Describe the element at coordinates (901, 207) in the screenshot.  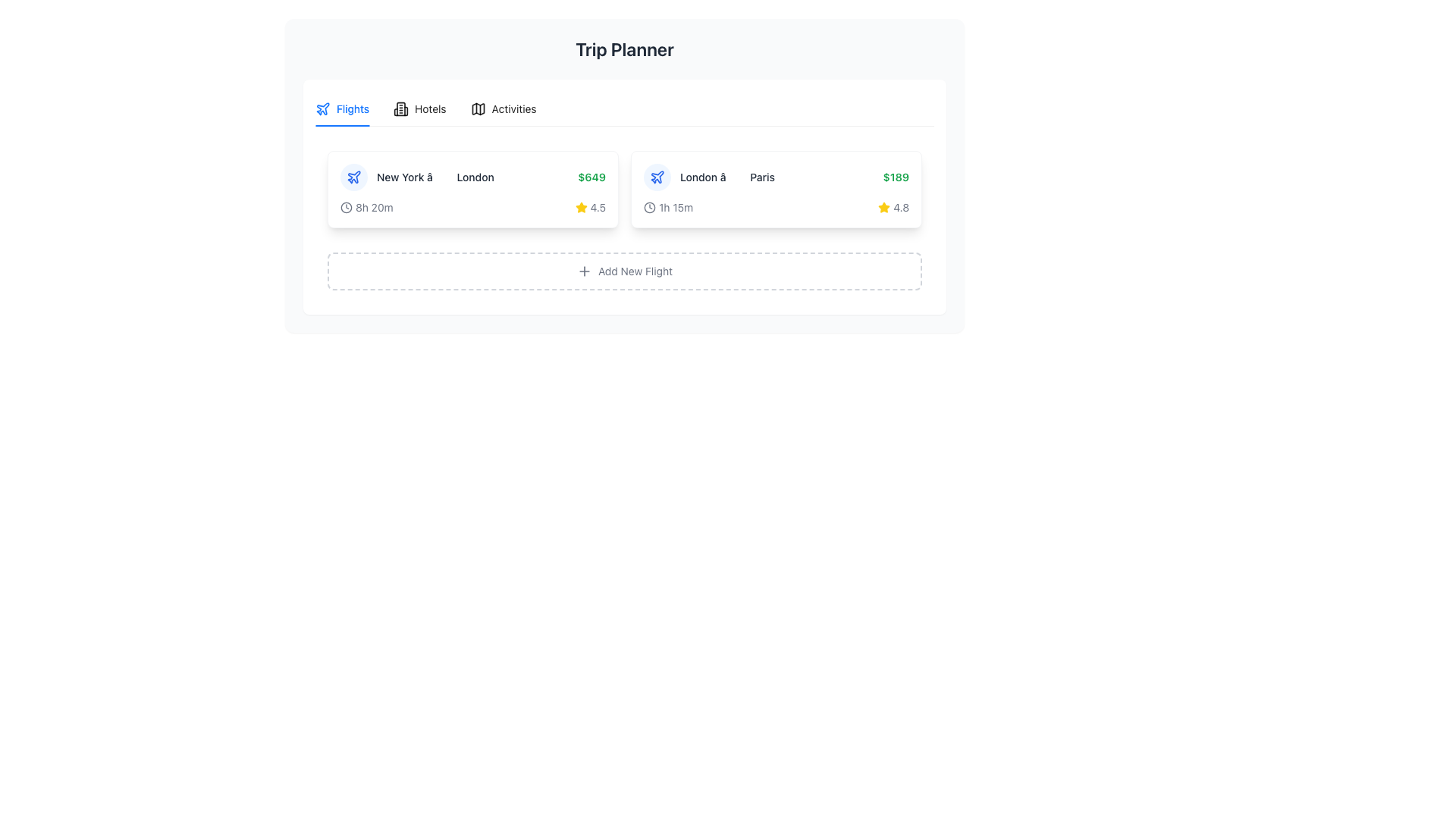
I see `the numerical rating text label, which is positioned to the right of the star icon on the second card in a horizontally aligned card layout` at that location.